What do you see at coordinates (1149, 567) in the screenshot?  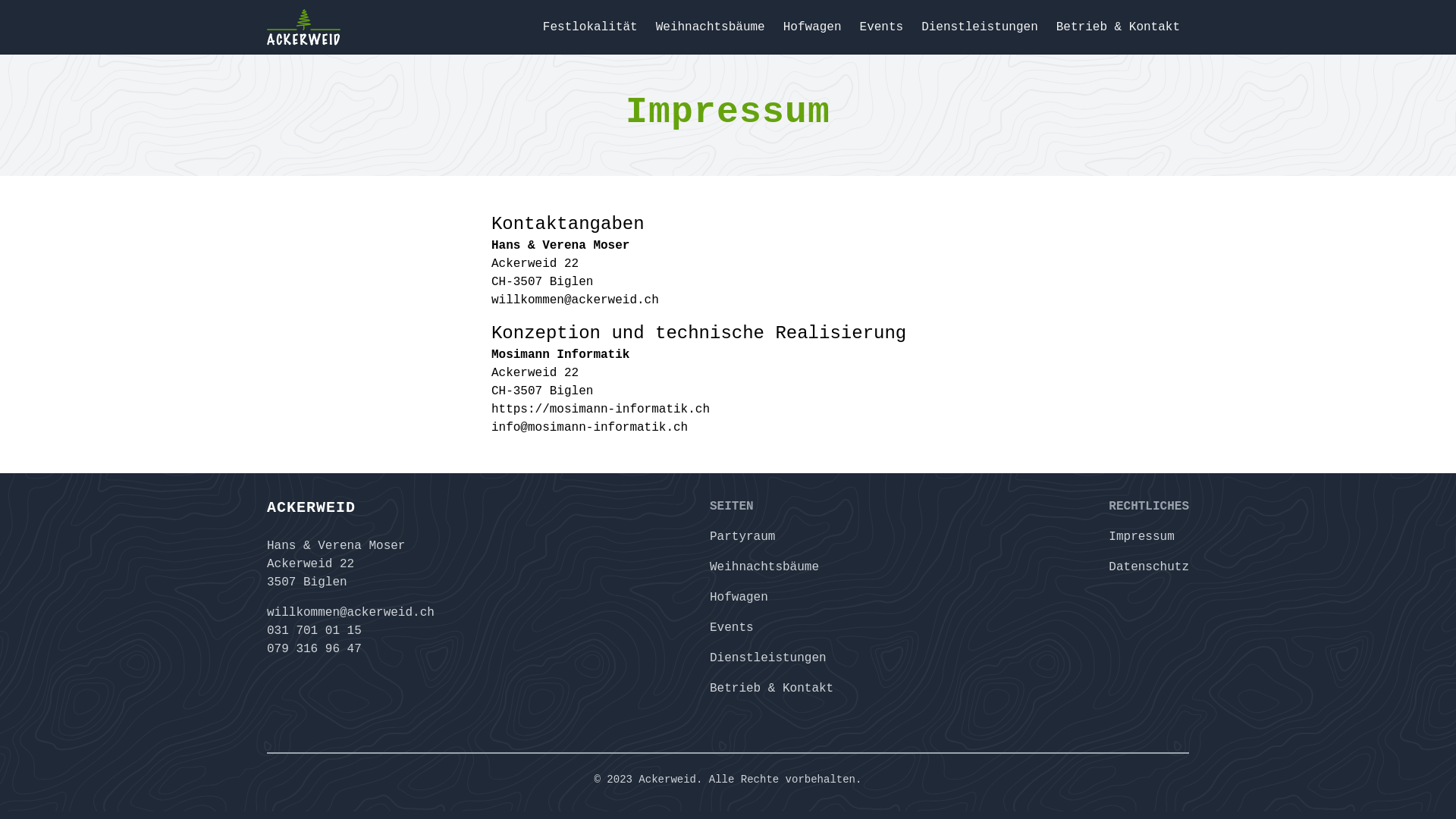 I see `'Datenschutz'` at bounding box center [1149, 567].